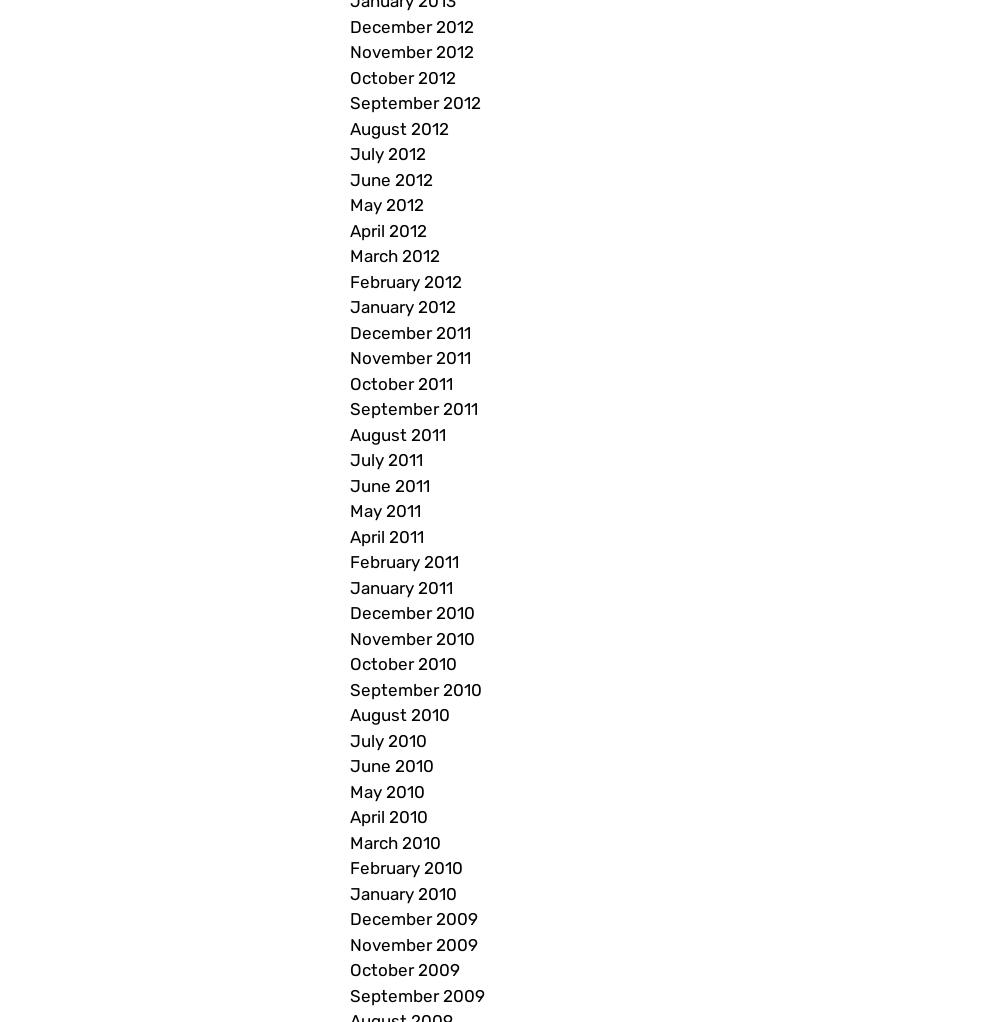  I want to click on 'November 2009', so click(349, 944).